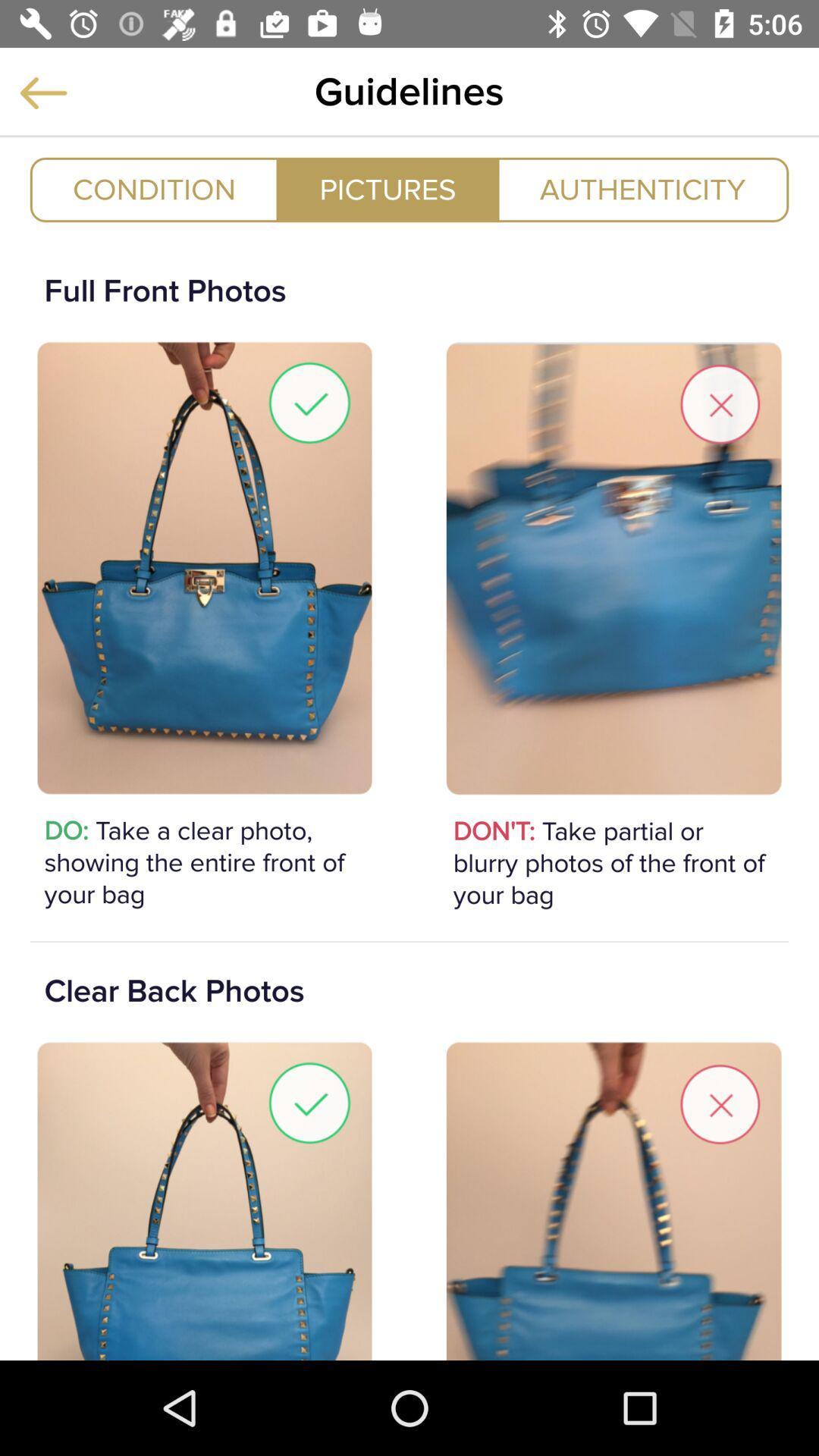 The width and height of the screenshot is (819, 1456). What do you see at coordinates (42, 92) in the screenshot?
I see `go back` at bounding box center [42, 92].